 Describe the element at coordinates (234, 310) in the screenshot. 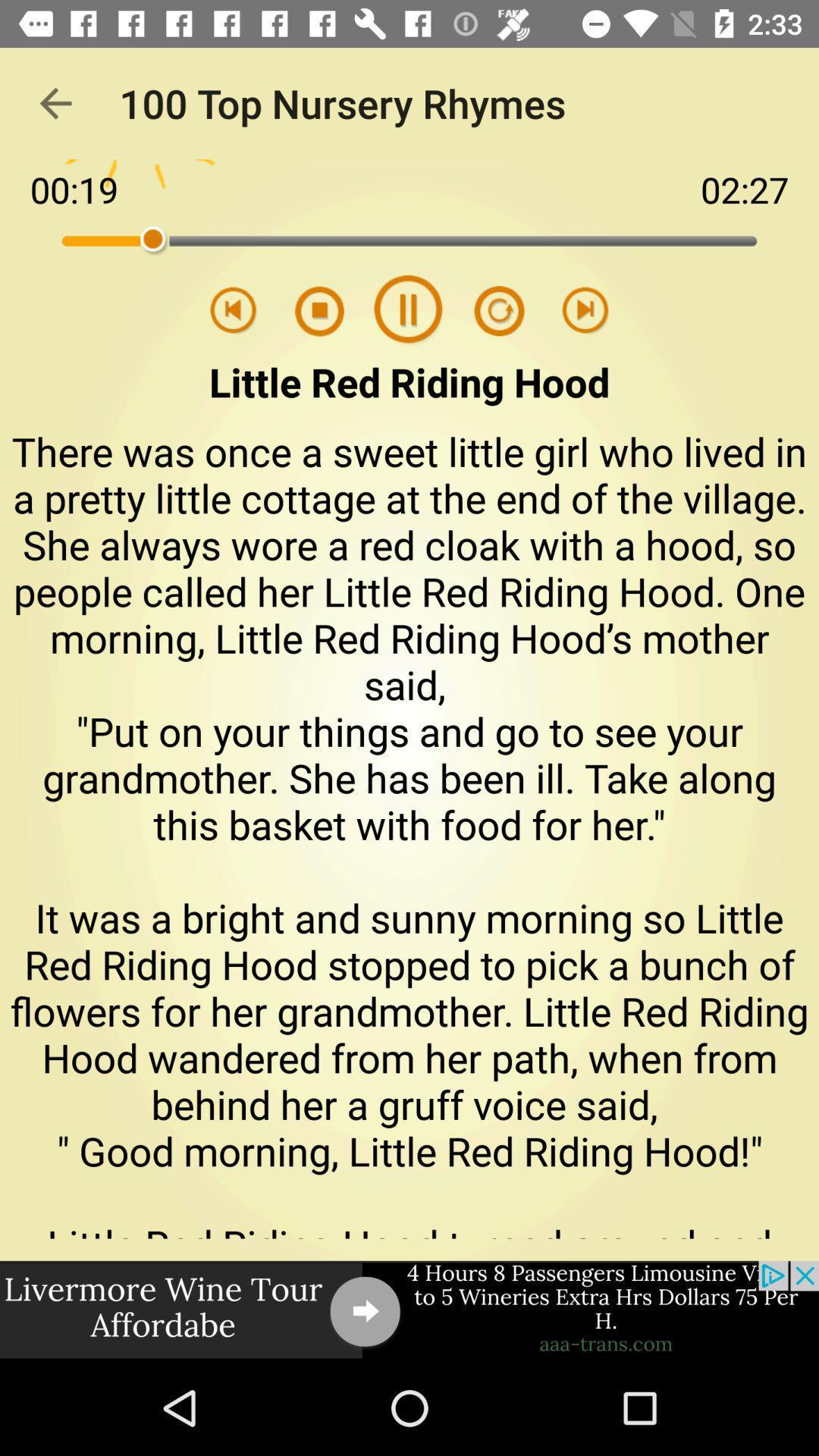

I see `go back` at that location.